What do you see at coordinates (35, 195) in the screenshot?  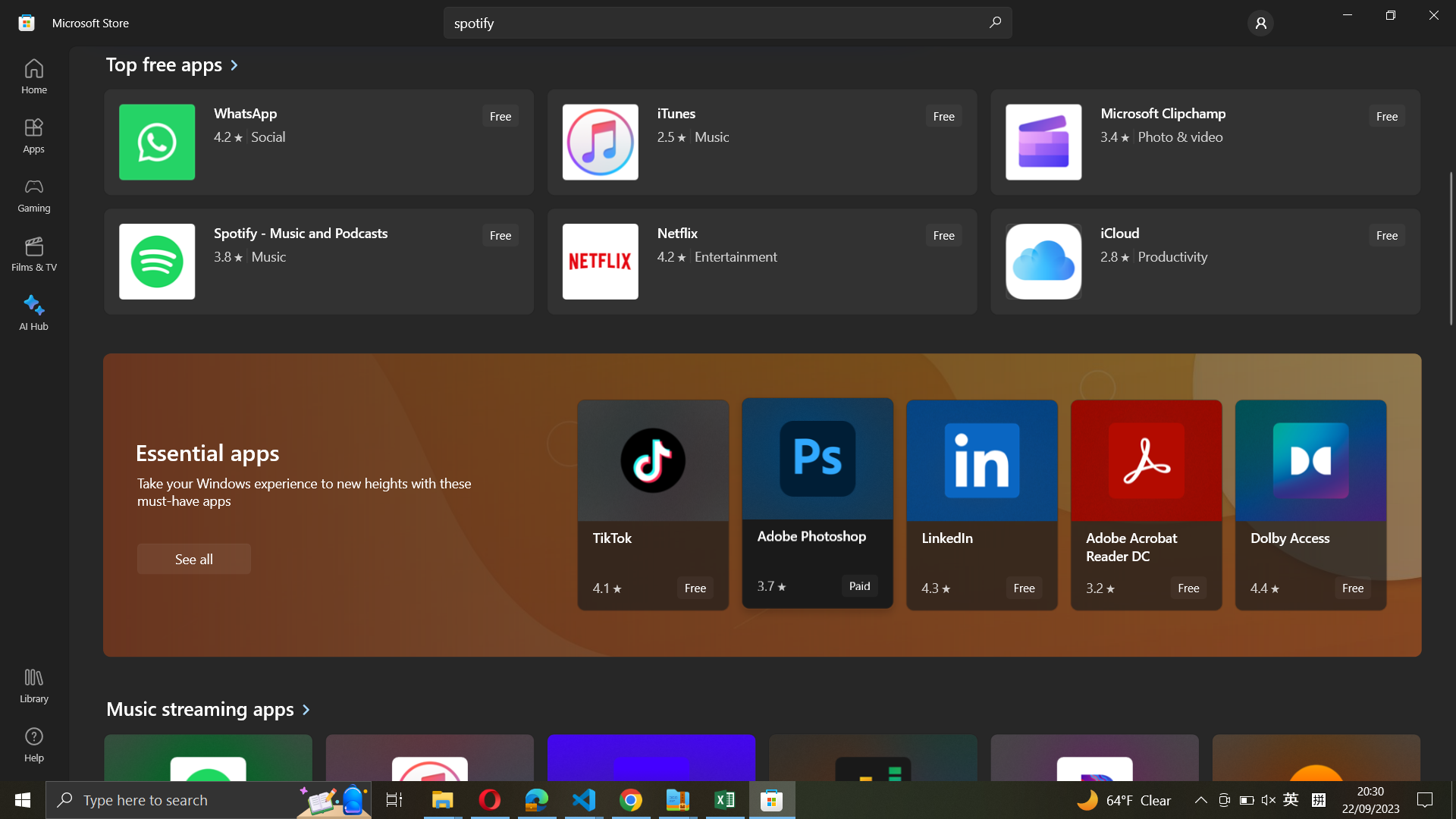 I see `the Gaming Window` at bounding box center [35, 195].